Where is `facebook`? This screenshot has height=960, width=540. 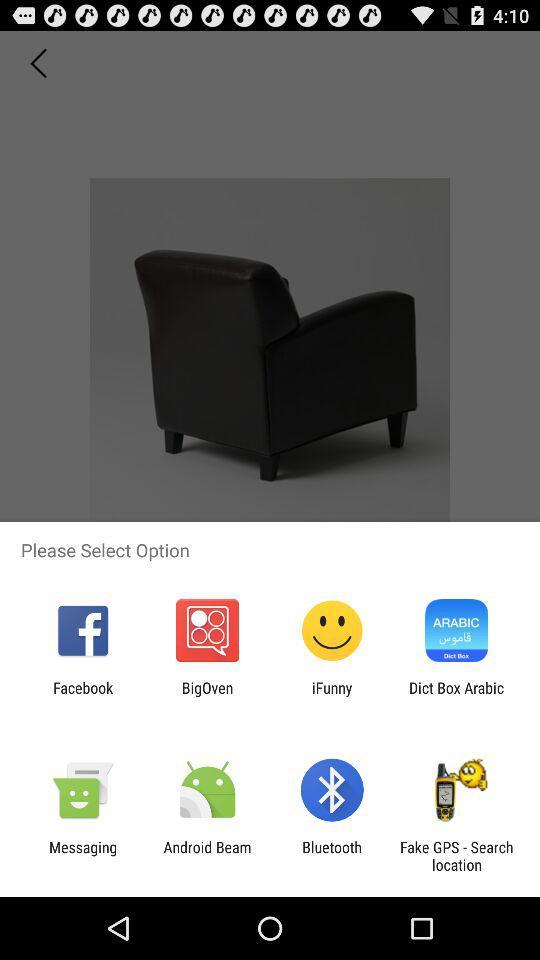
facebook is located at coordinates (82, 696).